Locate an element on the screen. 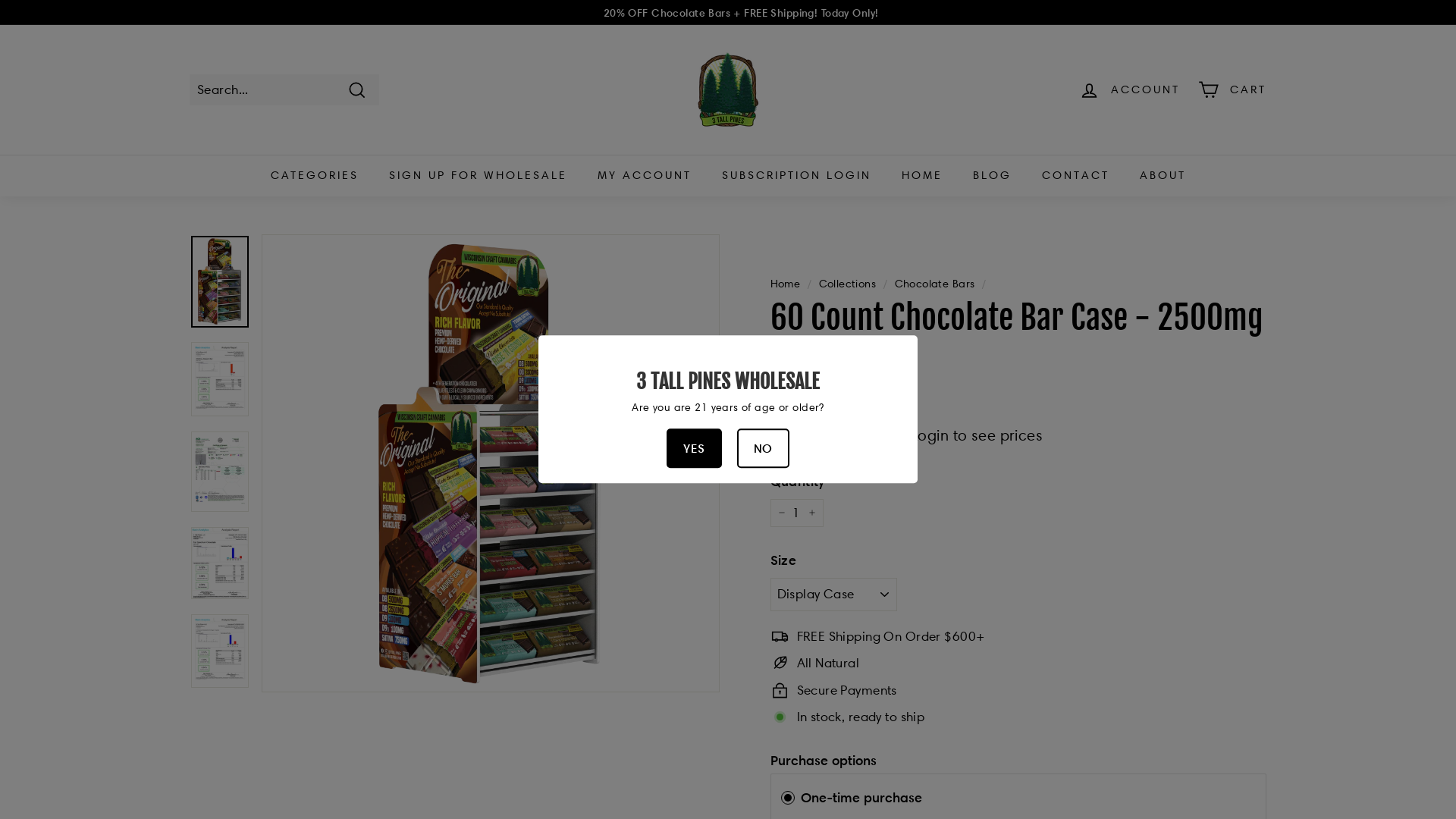 The width and height of the screenshot is (1456, 819). '+' is located at coordinates (811, 513).